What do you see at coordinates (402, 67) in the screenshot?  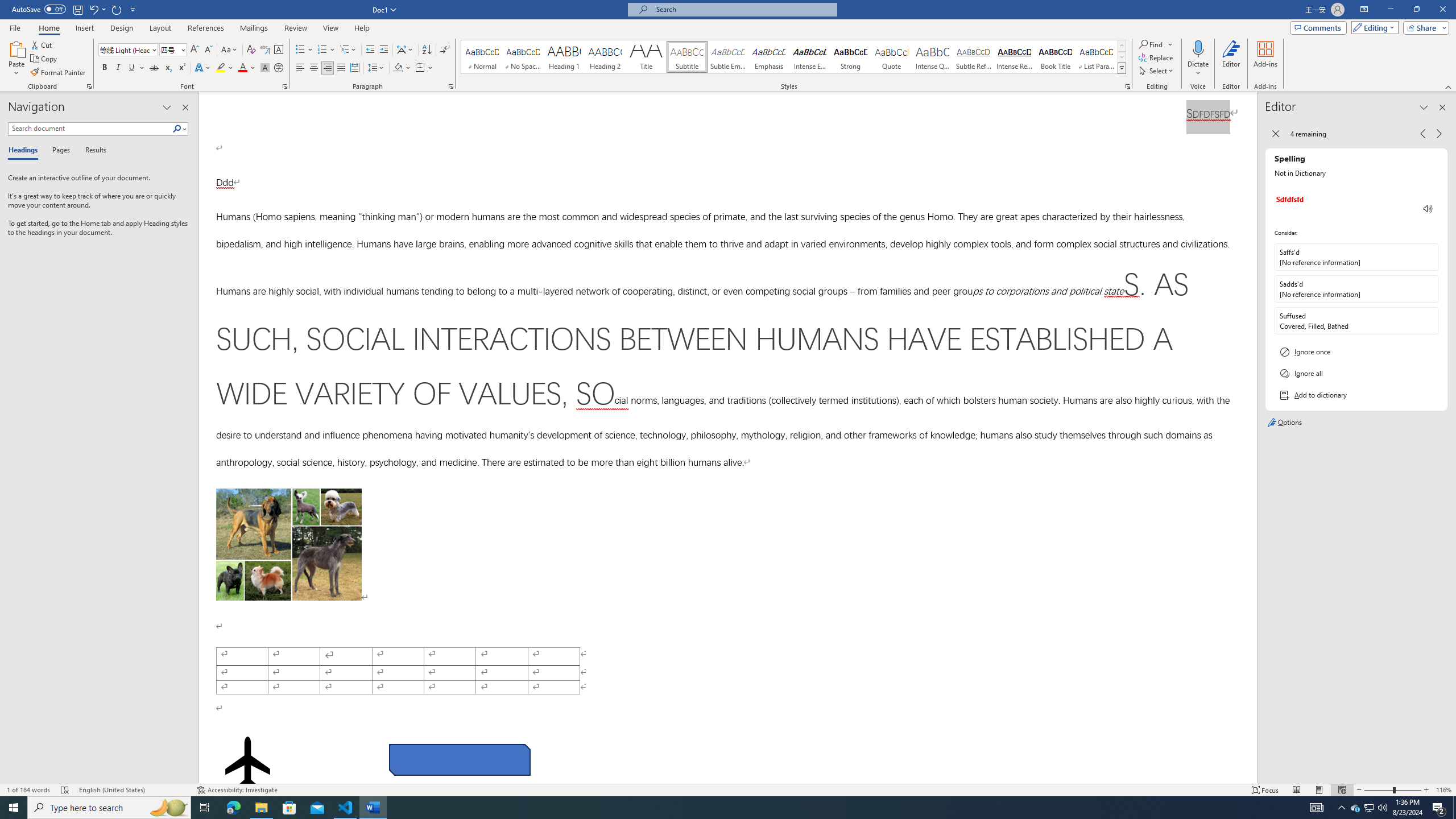 I see `'Shading'` at bounding box center [402, 67].